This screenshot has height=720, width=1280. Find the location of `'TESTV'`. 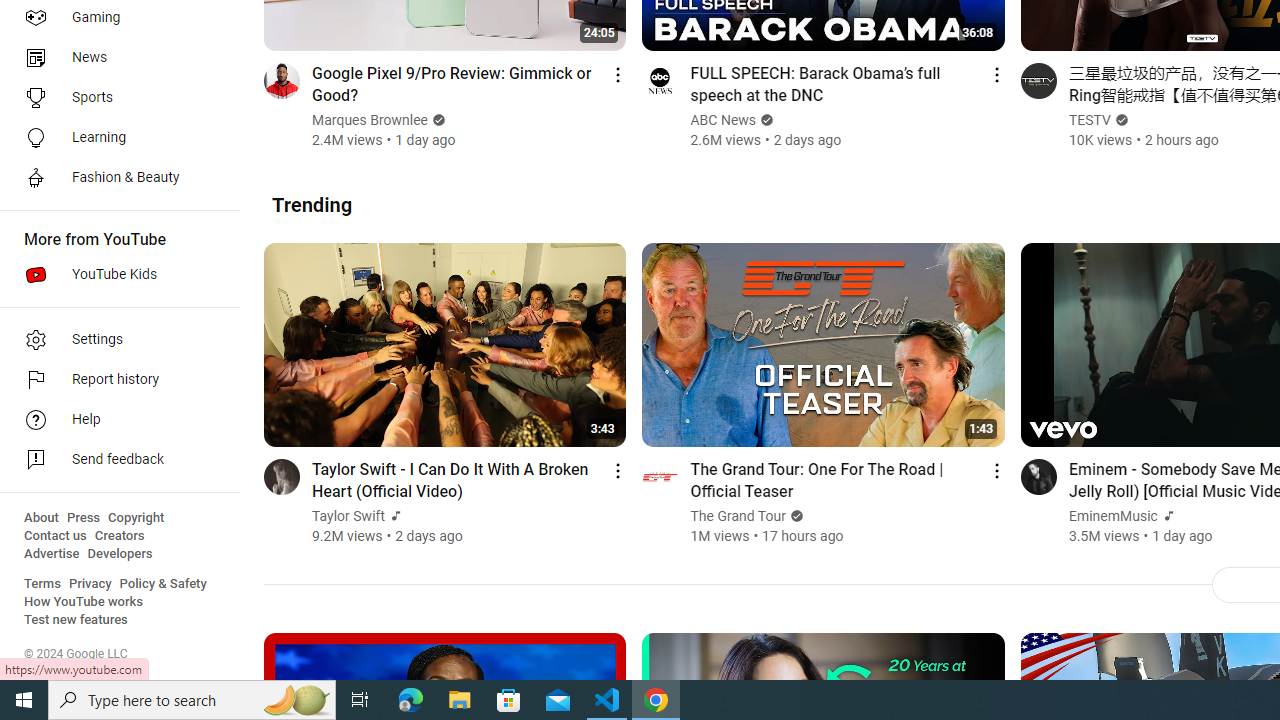

'TESTV' is located at coordinates (1089, 120).